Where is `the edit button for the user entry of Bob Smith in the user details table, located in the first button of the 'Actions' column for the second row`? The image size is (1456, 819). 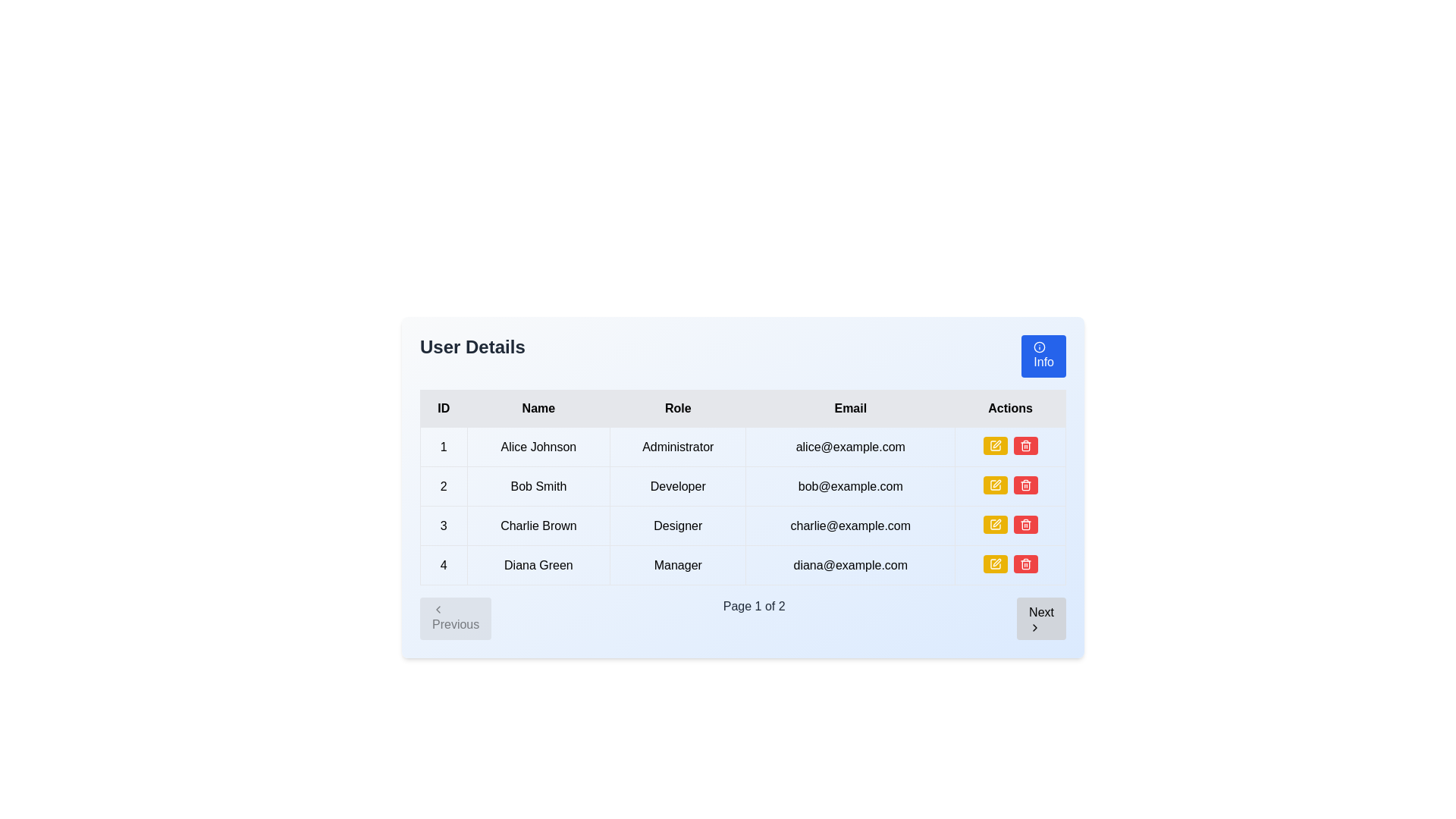 the edit button for the user entry of Bob Smith in the user details table, located in the first button of the 'Actions' column for the second row is located at coordinates (995, 485).